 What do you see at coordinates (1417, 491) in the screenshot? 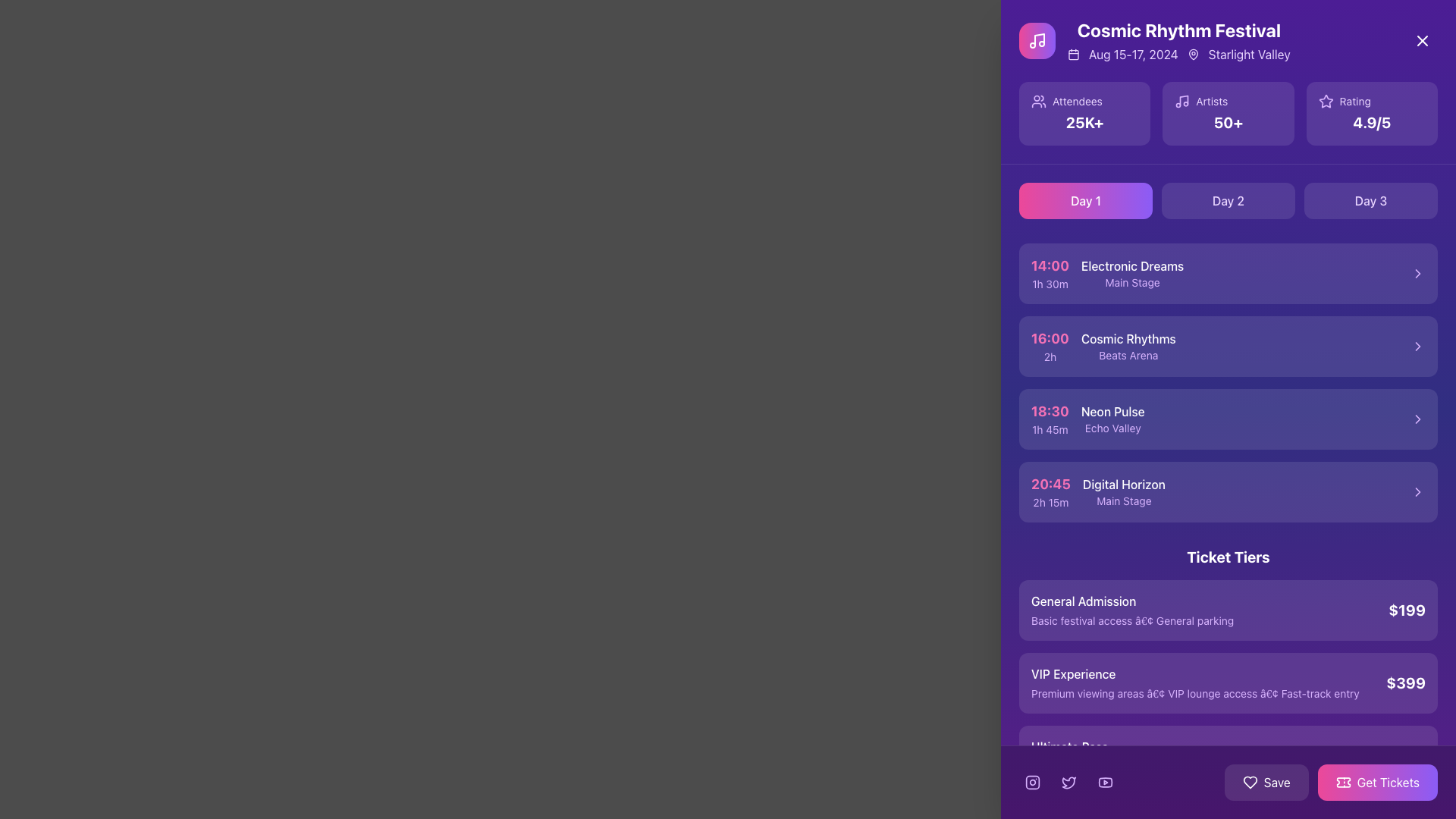
I see `the right-pointing chevron icon styled in purple, located to the far-right of the 'Digital Horizon' event listing` at bounding box center [1417, 491].